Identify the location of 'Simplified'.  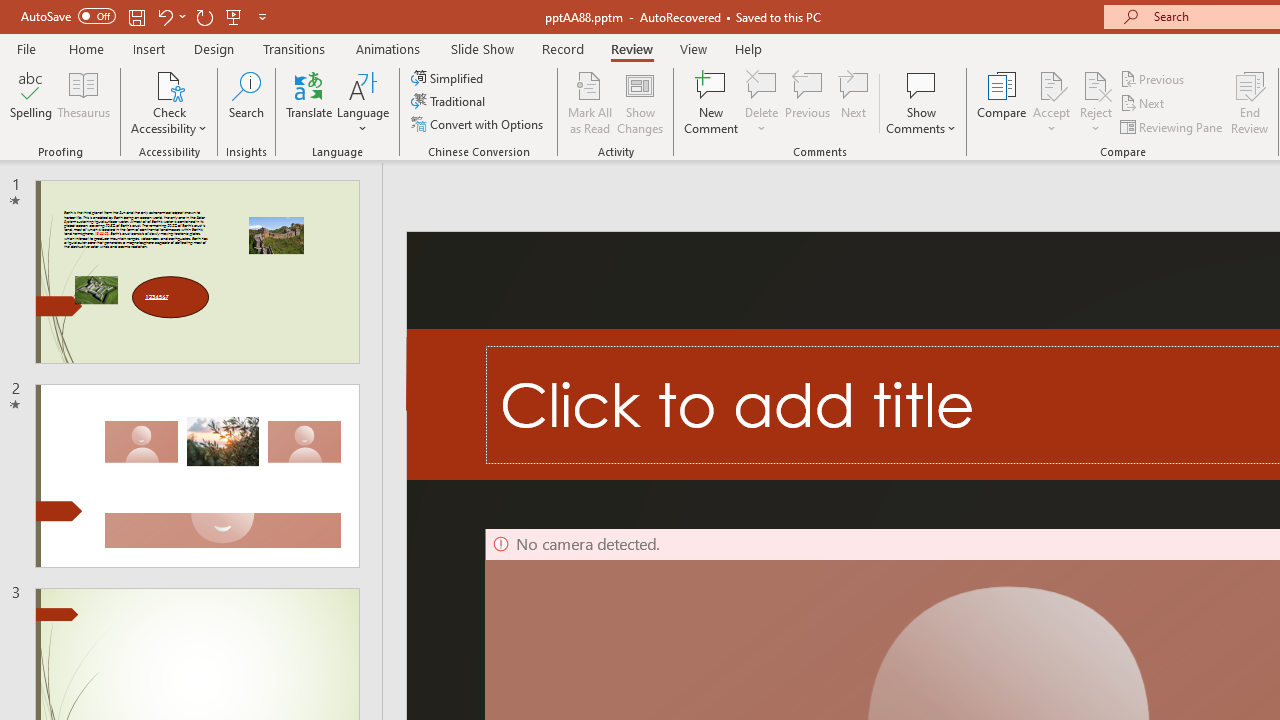
(448, 77).